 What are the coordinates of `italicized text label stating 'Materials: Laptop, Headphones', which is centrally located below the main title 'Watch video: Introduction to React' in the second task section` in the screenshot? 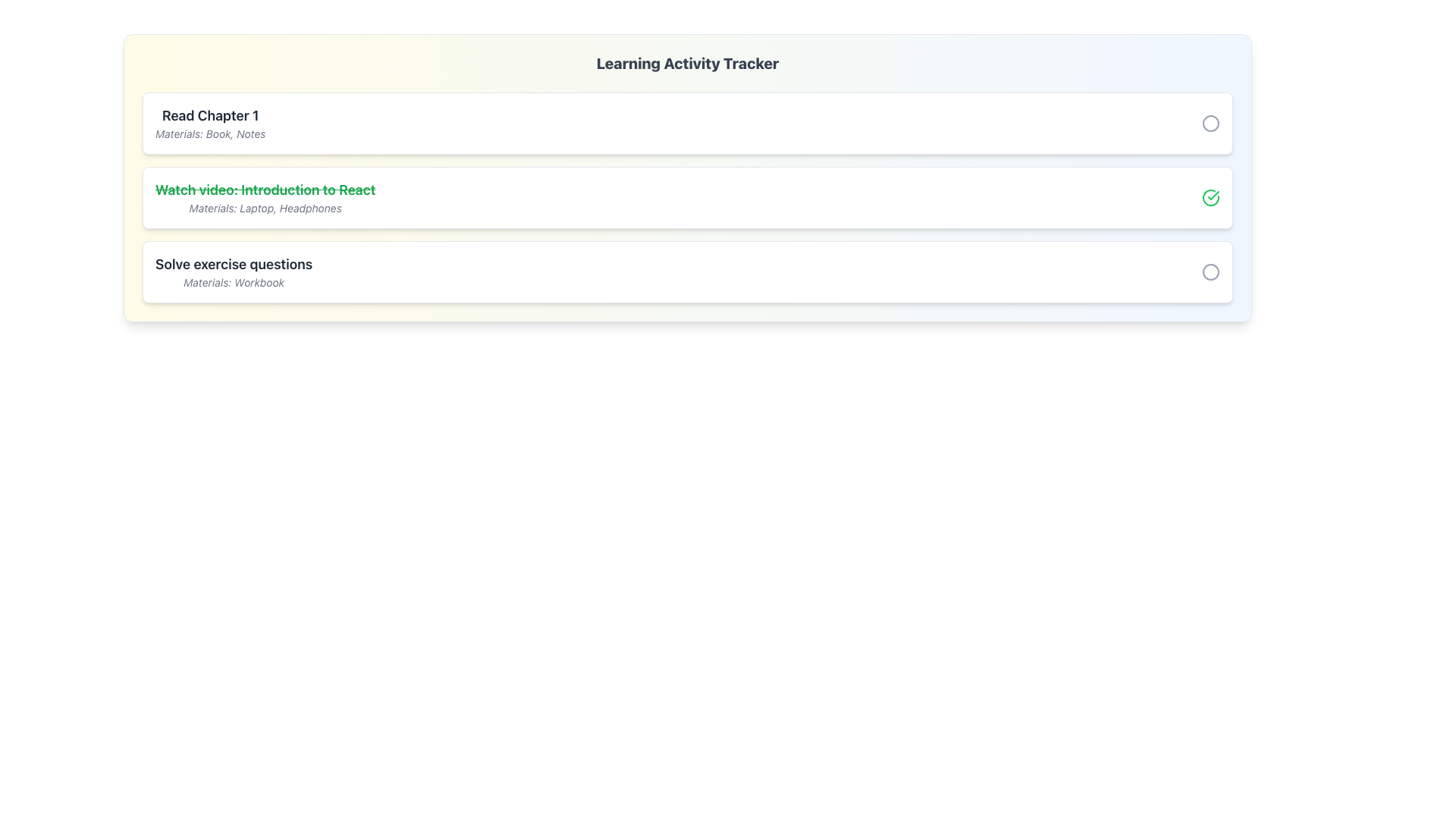 It's located at (265, 208).